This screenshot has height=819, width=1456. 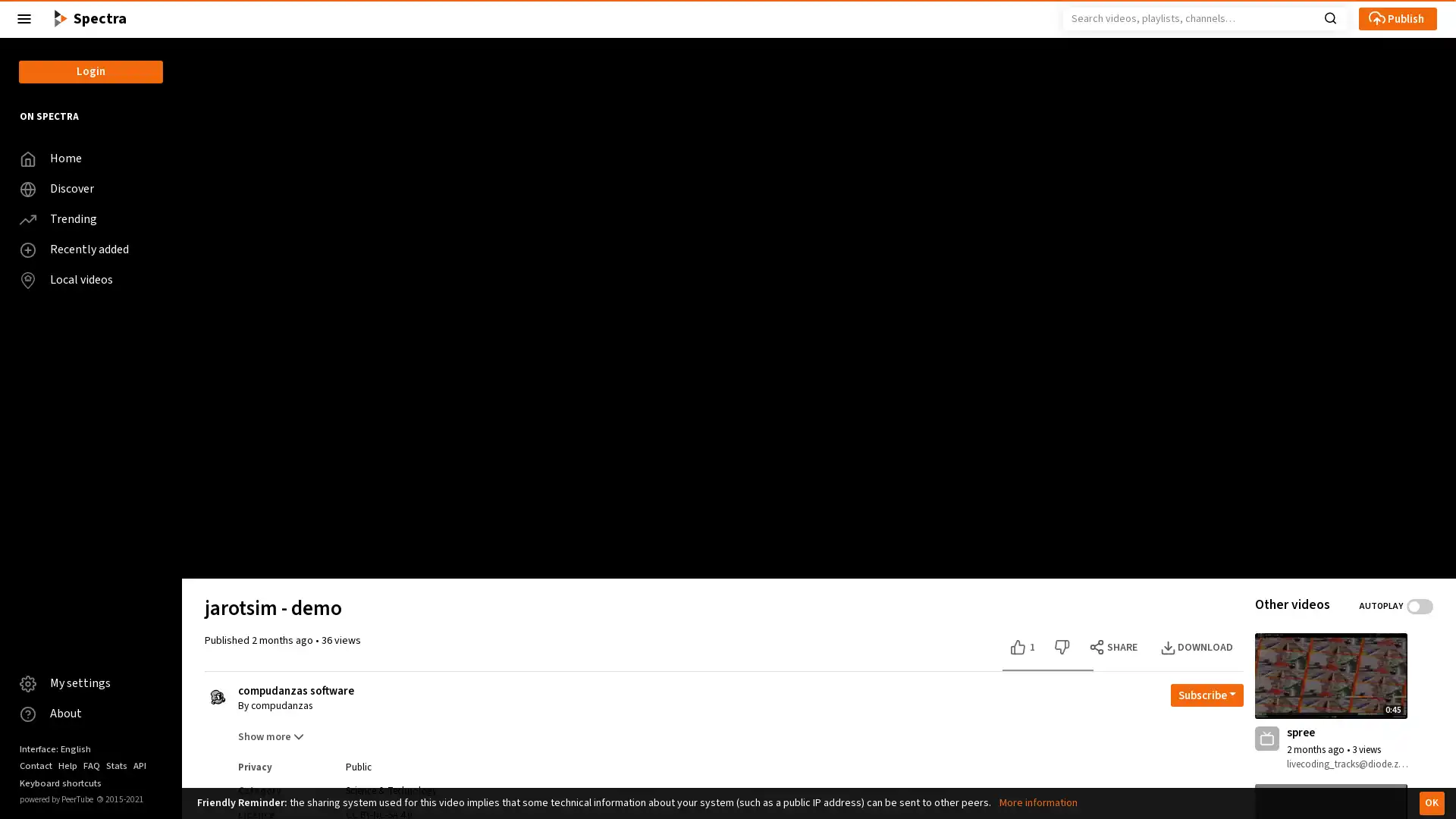 What do you see at coordinates (1329, 17) in the screenshot?
I see `Search` at bounding box center [1329, 17].